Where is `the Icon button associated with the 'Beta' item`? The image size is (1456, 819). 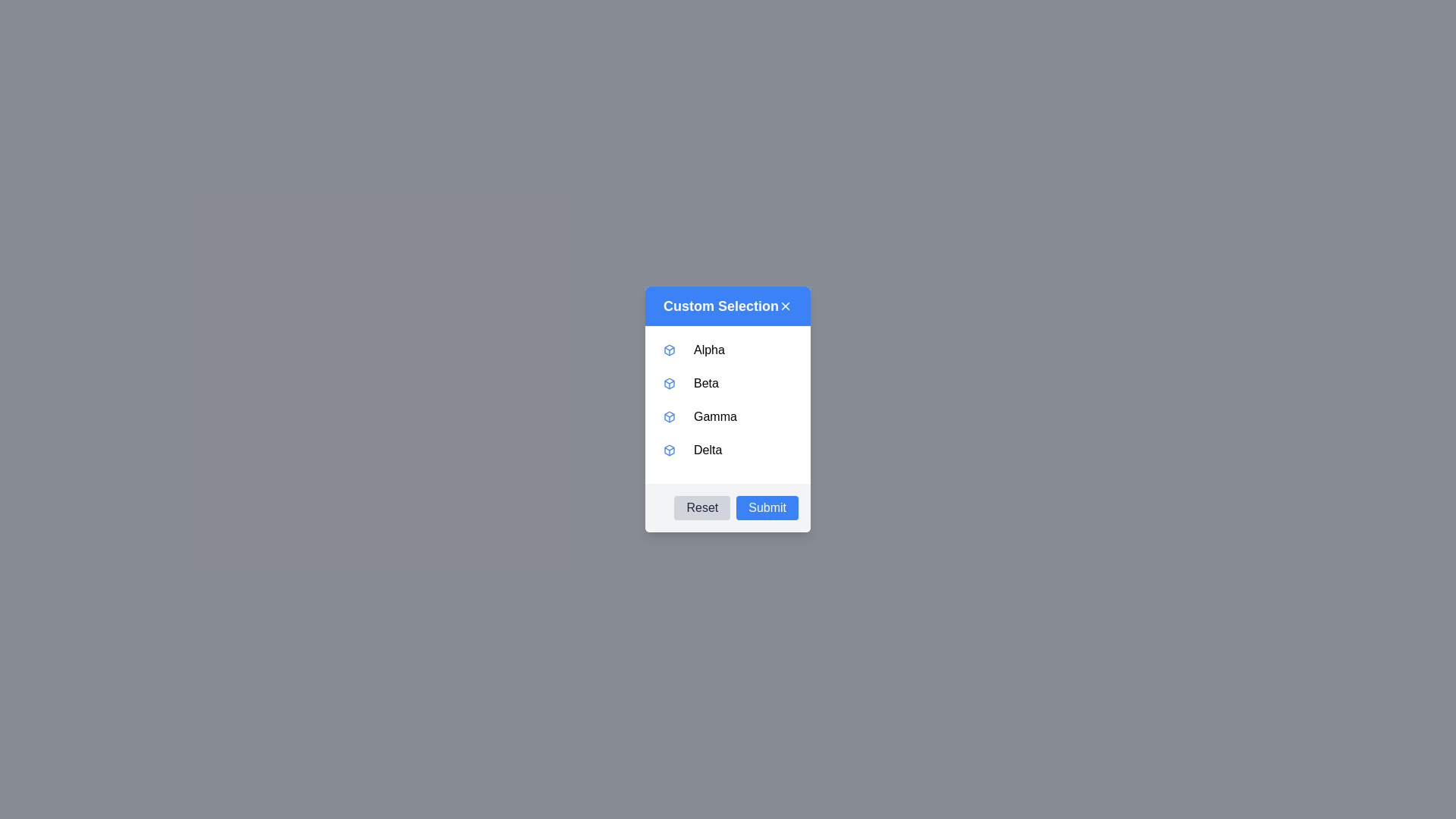
the Icon button associated with the 'Beta' item is located at coordinates (669, 382).